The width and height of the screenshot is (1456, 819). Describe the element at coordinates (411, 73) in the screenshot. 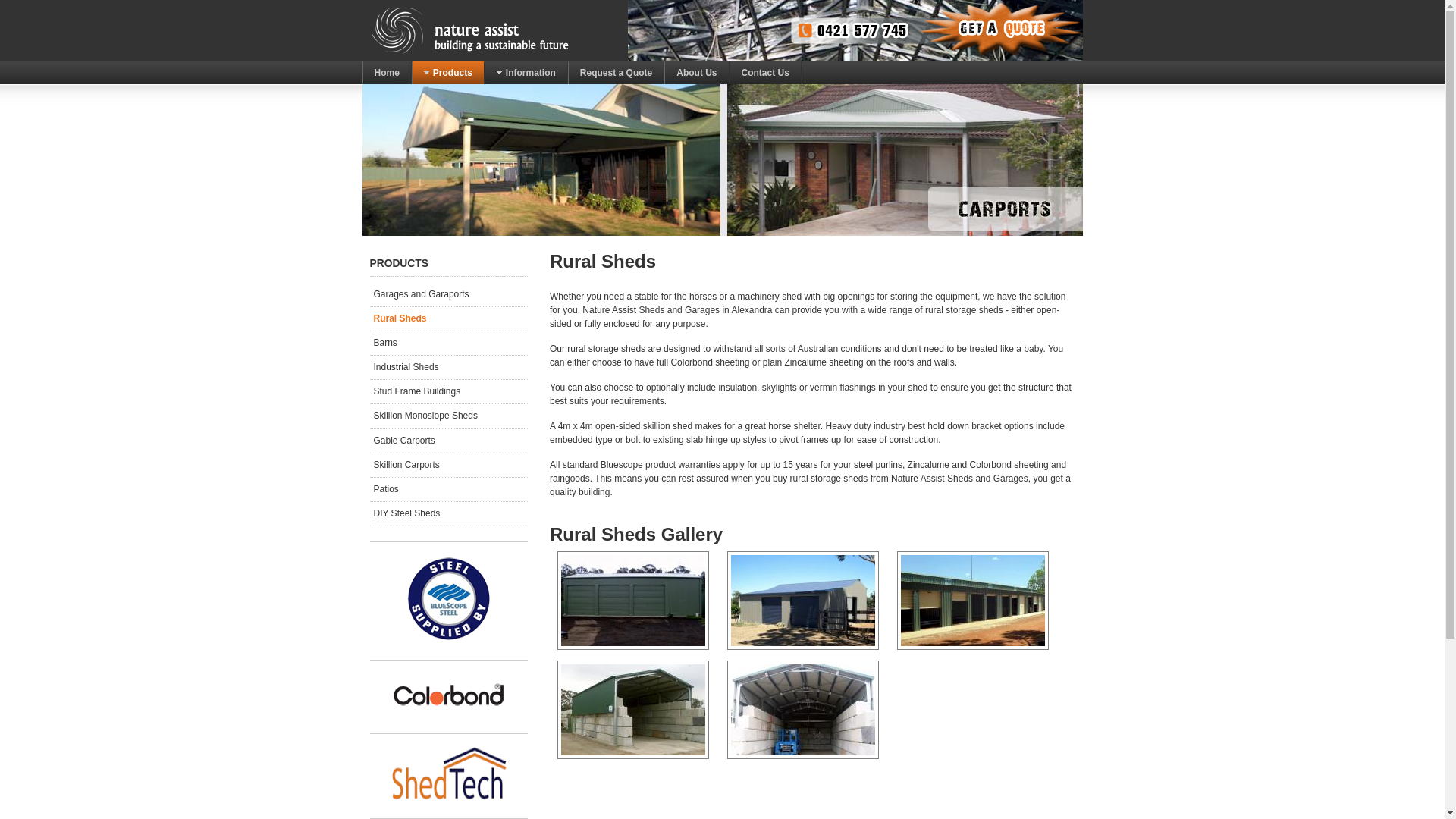

I see `'Products'` at that location.